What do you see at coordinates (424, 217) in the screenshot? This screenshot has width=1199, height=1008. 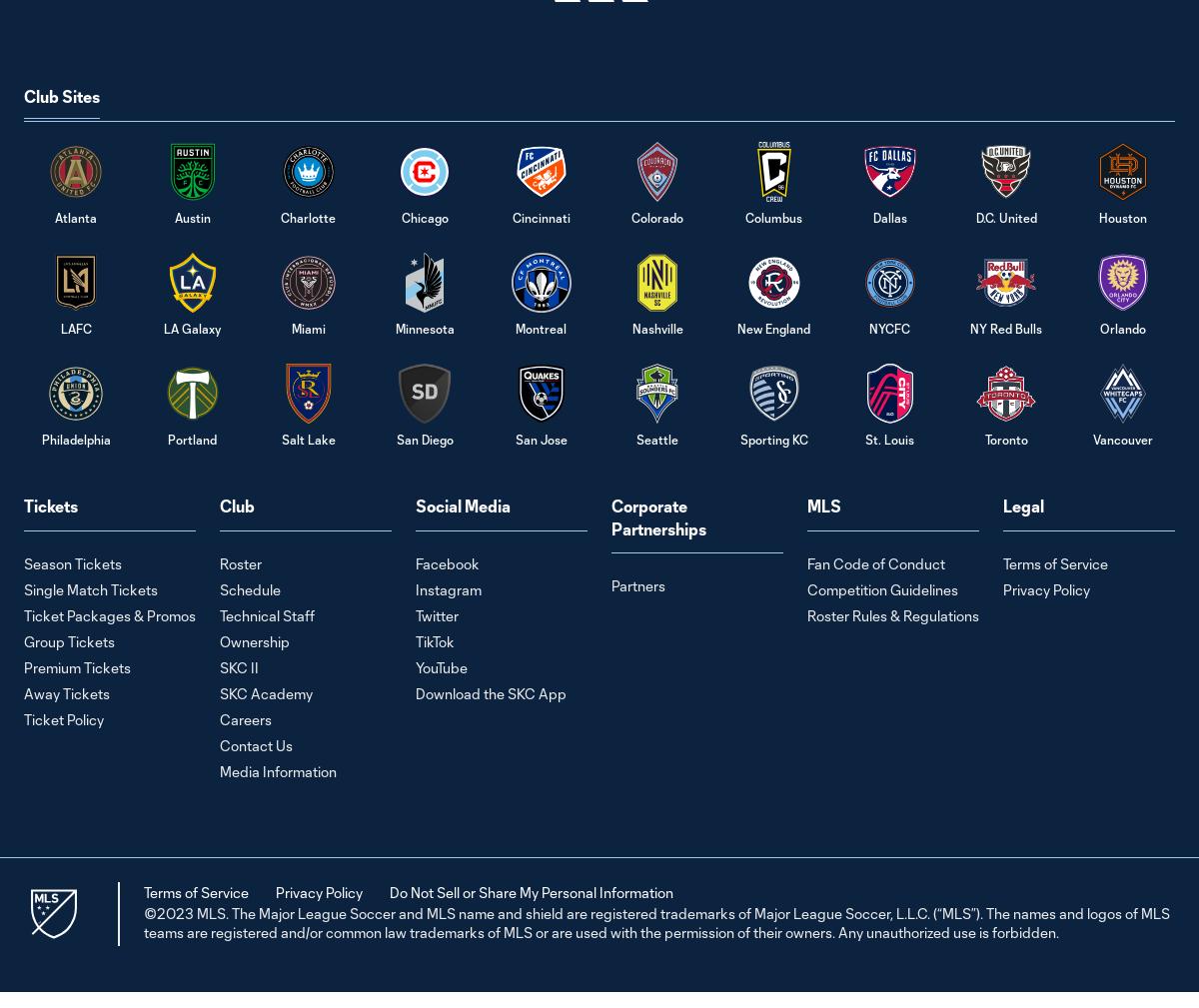 I see `'Chicago'` at bounding box center [424, 217].